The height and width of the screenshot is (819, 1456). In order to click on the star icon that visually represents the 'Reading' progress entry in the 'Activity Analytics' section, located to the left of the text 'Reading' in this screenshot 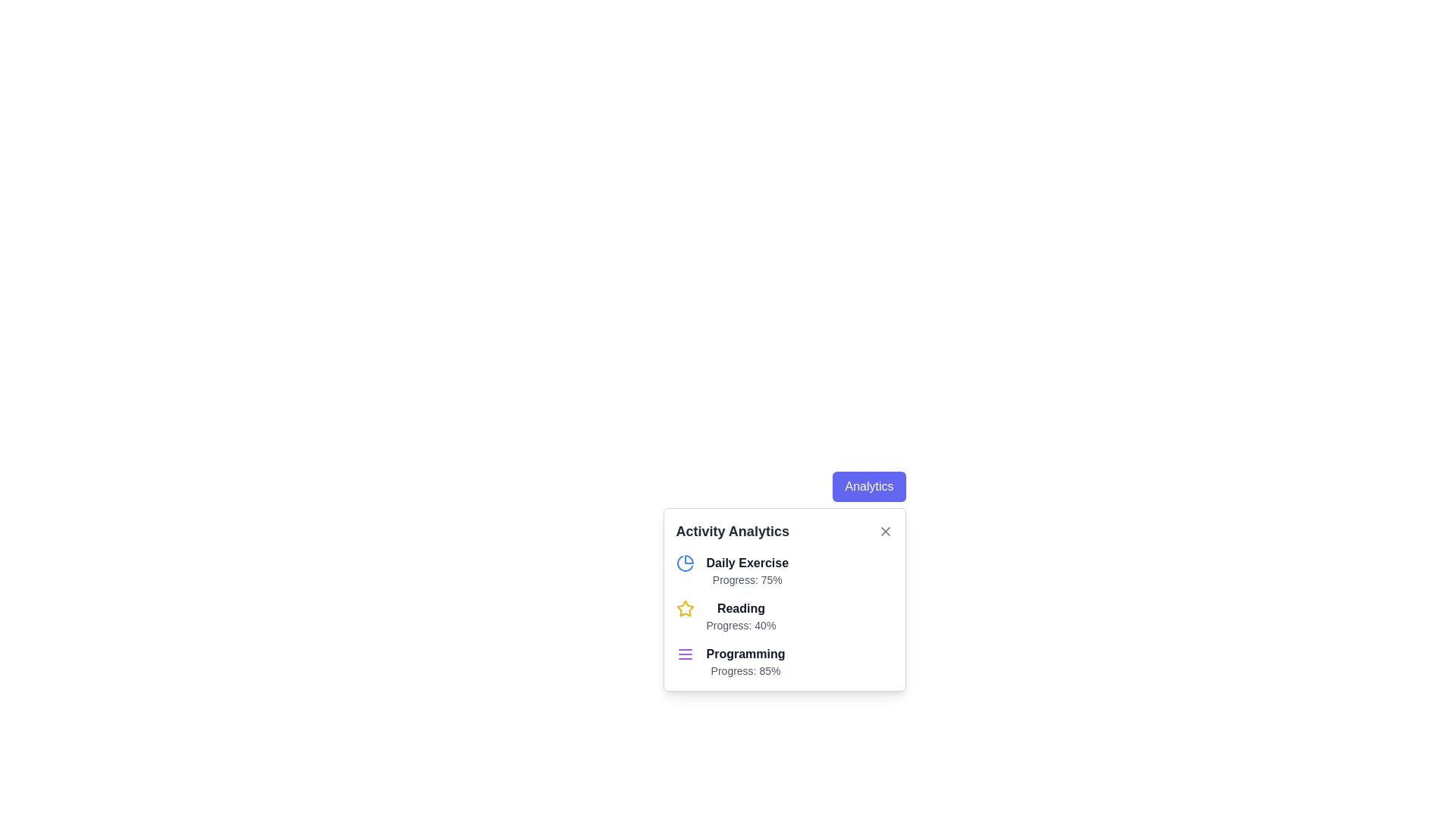, I will do `click(684, 607)`.